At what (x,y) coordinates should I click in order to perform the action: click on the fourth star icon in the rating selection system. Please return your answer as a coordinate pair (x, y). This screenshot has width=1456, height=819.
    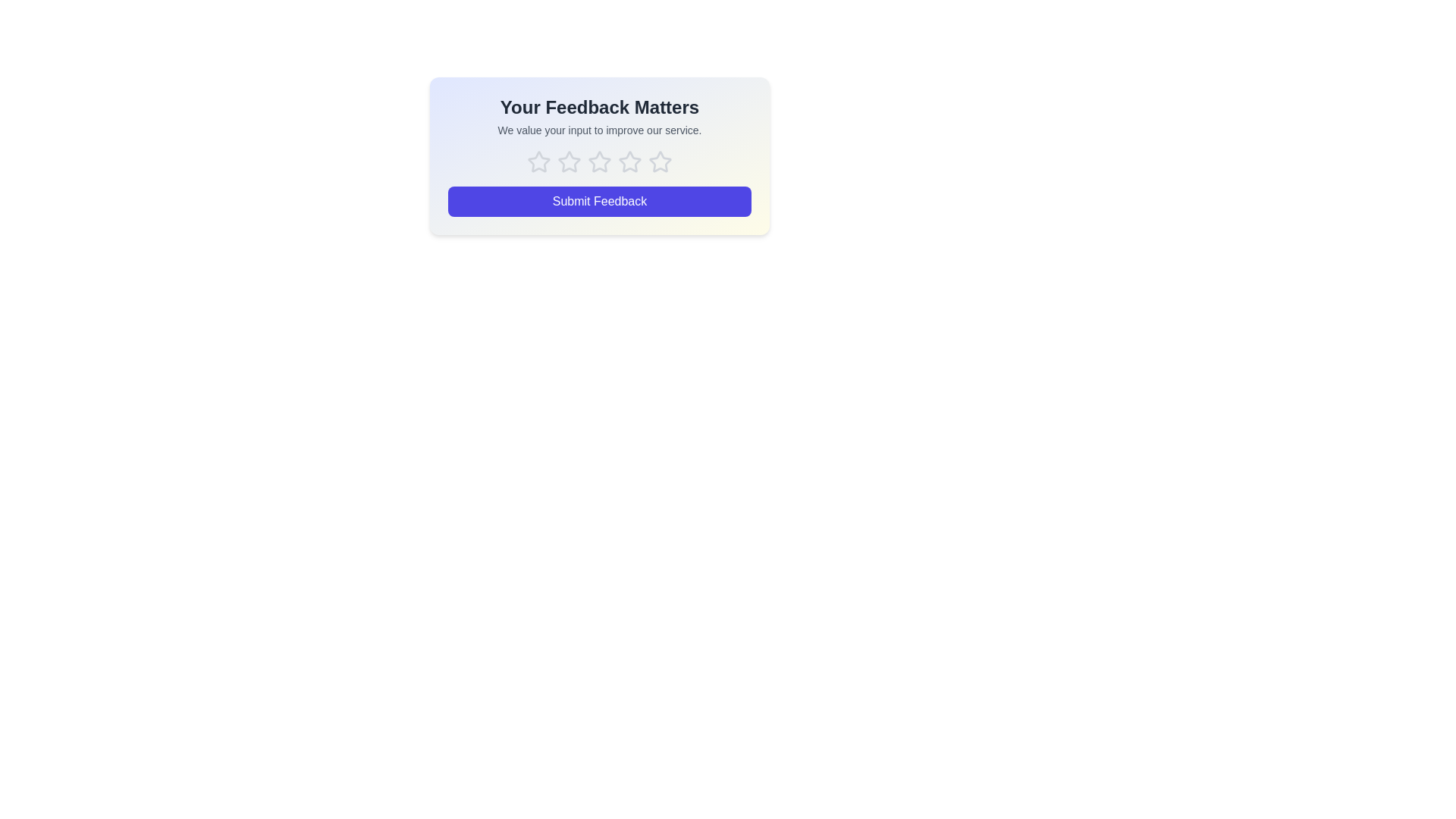
    Looking at the image, I should click on (629, 162).